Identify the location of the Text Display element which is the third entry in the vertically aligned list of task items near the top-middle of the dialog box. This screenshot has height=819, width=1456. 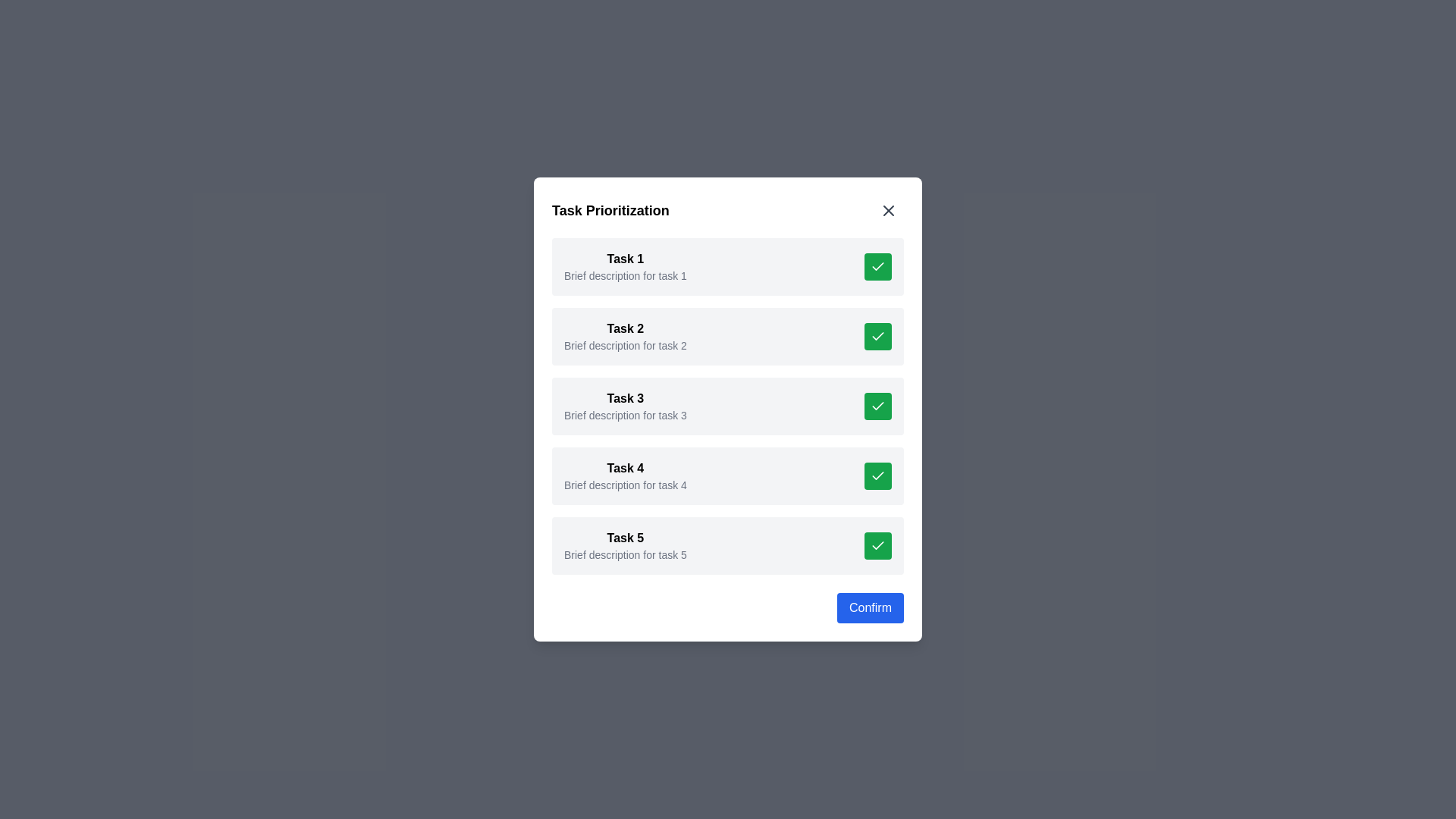
(626, 406).